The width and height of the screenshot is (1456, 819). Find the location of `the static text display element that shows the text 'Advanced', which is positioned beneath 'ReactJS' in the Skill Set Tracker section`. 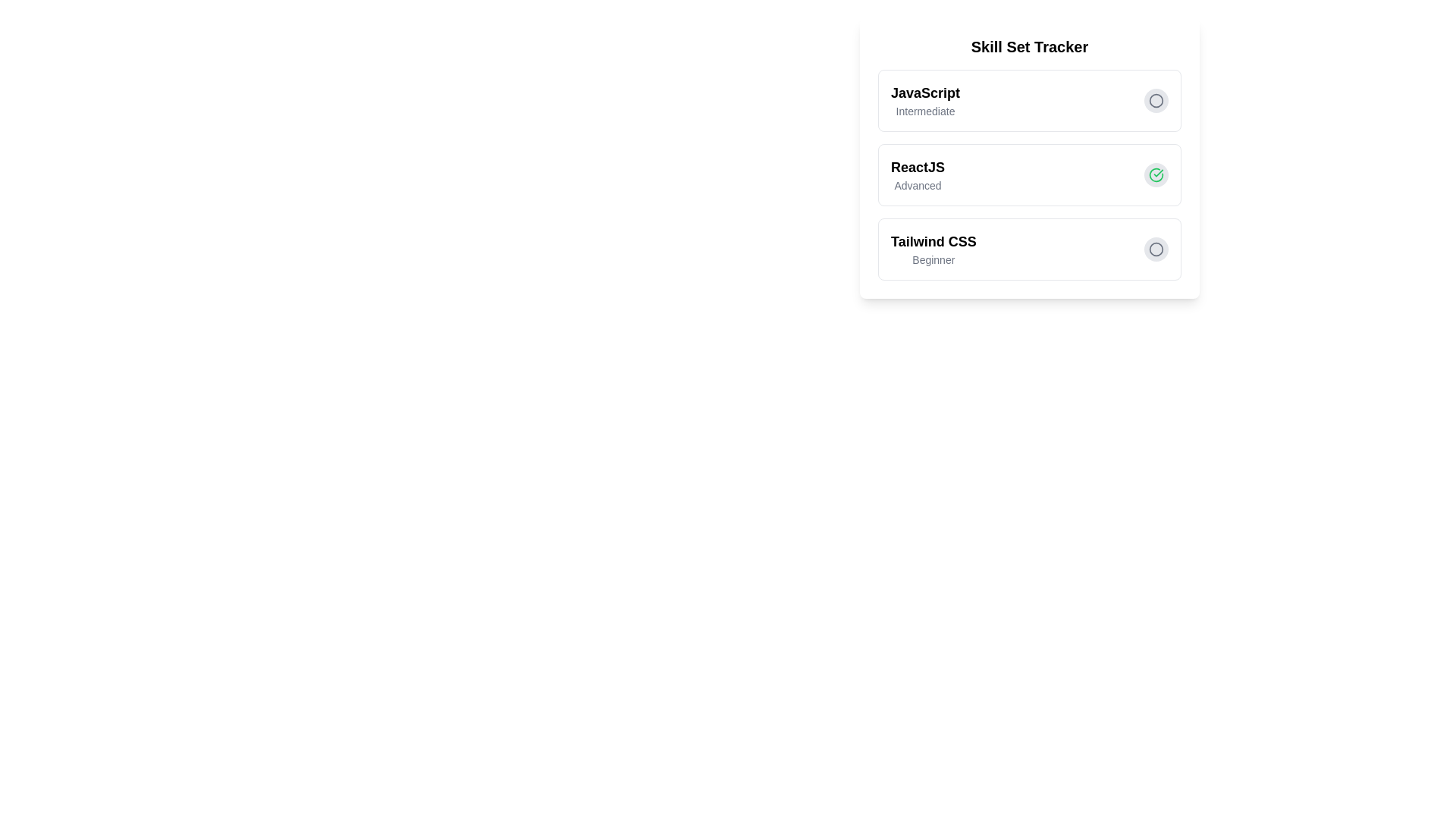

the static text display element that shows the text 'Advanced', which is positioned beneath 'ReactJS' in the Skill Set Tracker section is located at coordinates (917, 185).